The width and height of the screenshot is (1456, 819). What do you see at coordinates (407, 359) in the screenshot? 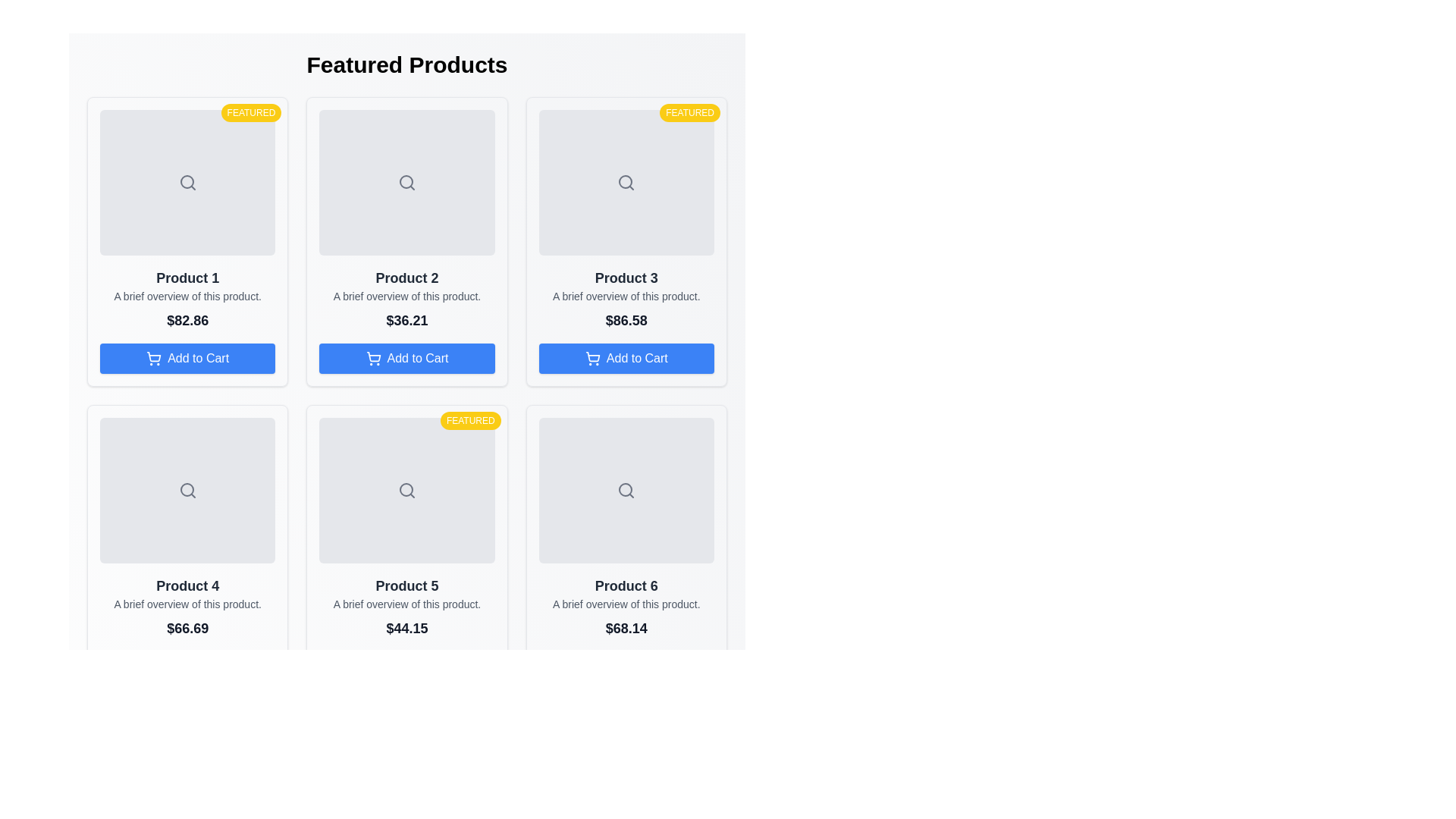
I see `the button that allows users to add 'Product 2' to their shopping cart, located below the '$36.21' price within the product card` at bounding box center [407, 359].